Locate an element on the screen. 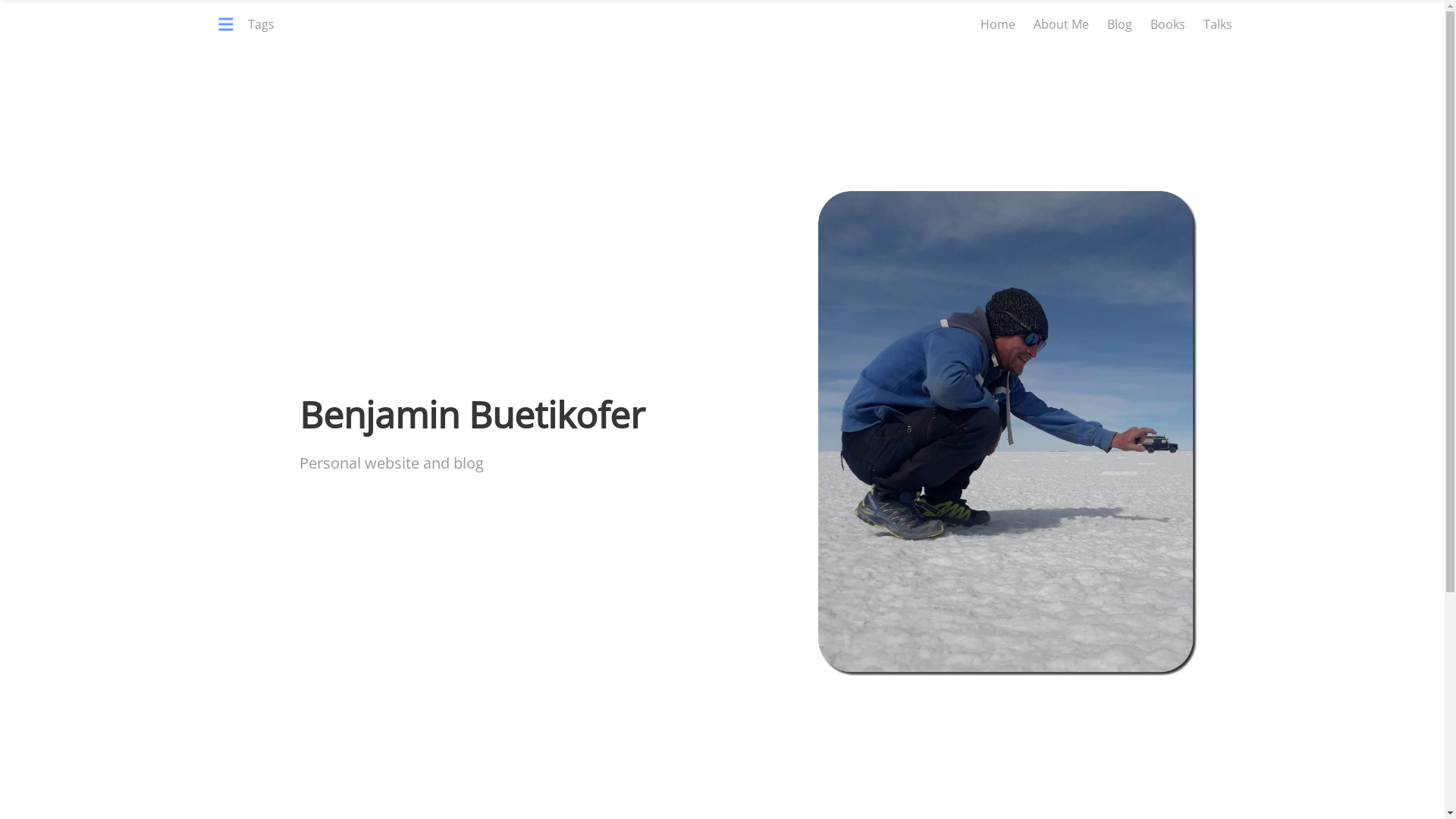 The height and width of the screenshot is (819, 1456). 'About Me' is located at coordinates (1059, 24).